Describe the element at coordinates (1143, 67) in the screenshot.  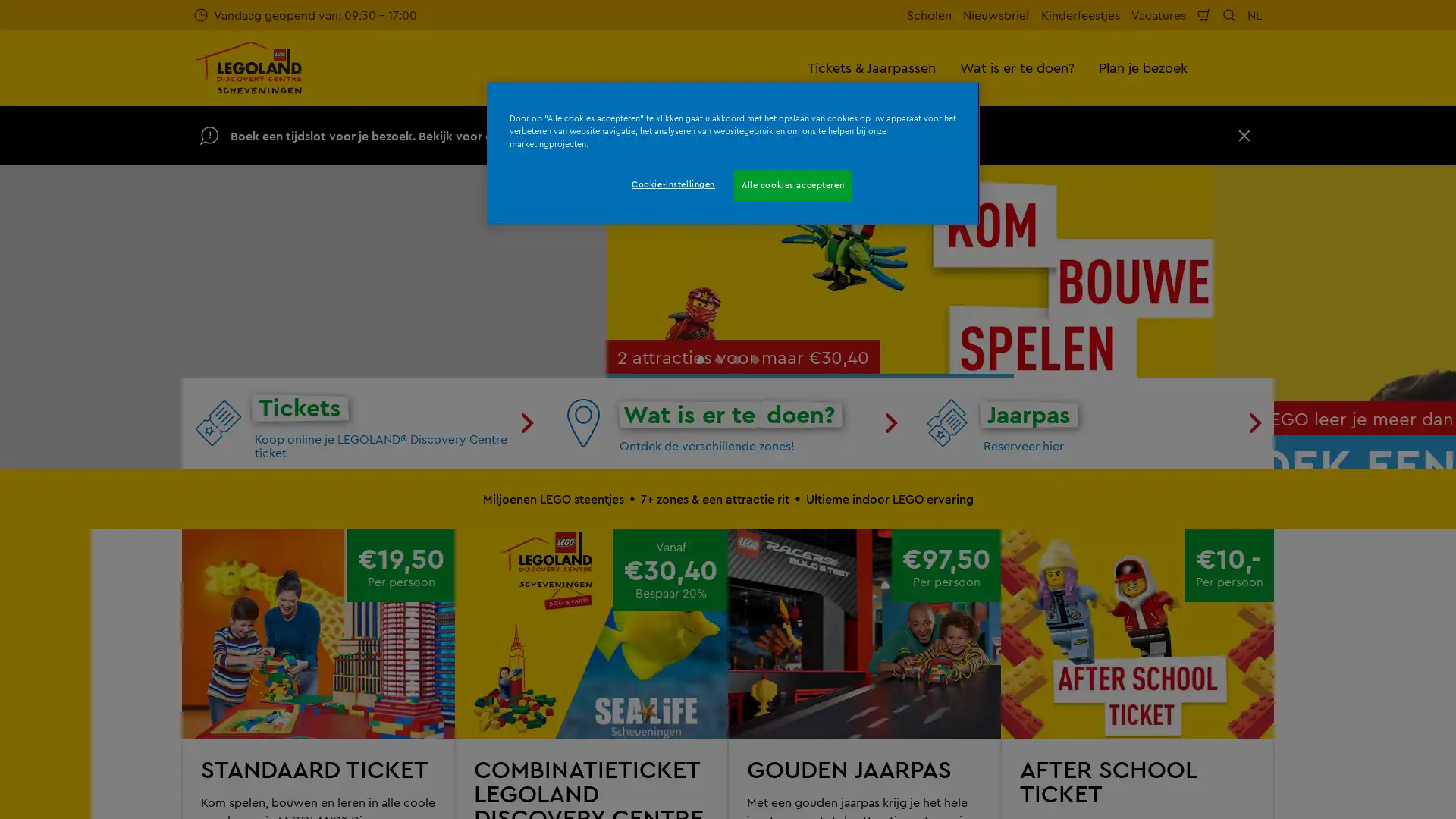
I see `Plan je bezoek` at that location.